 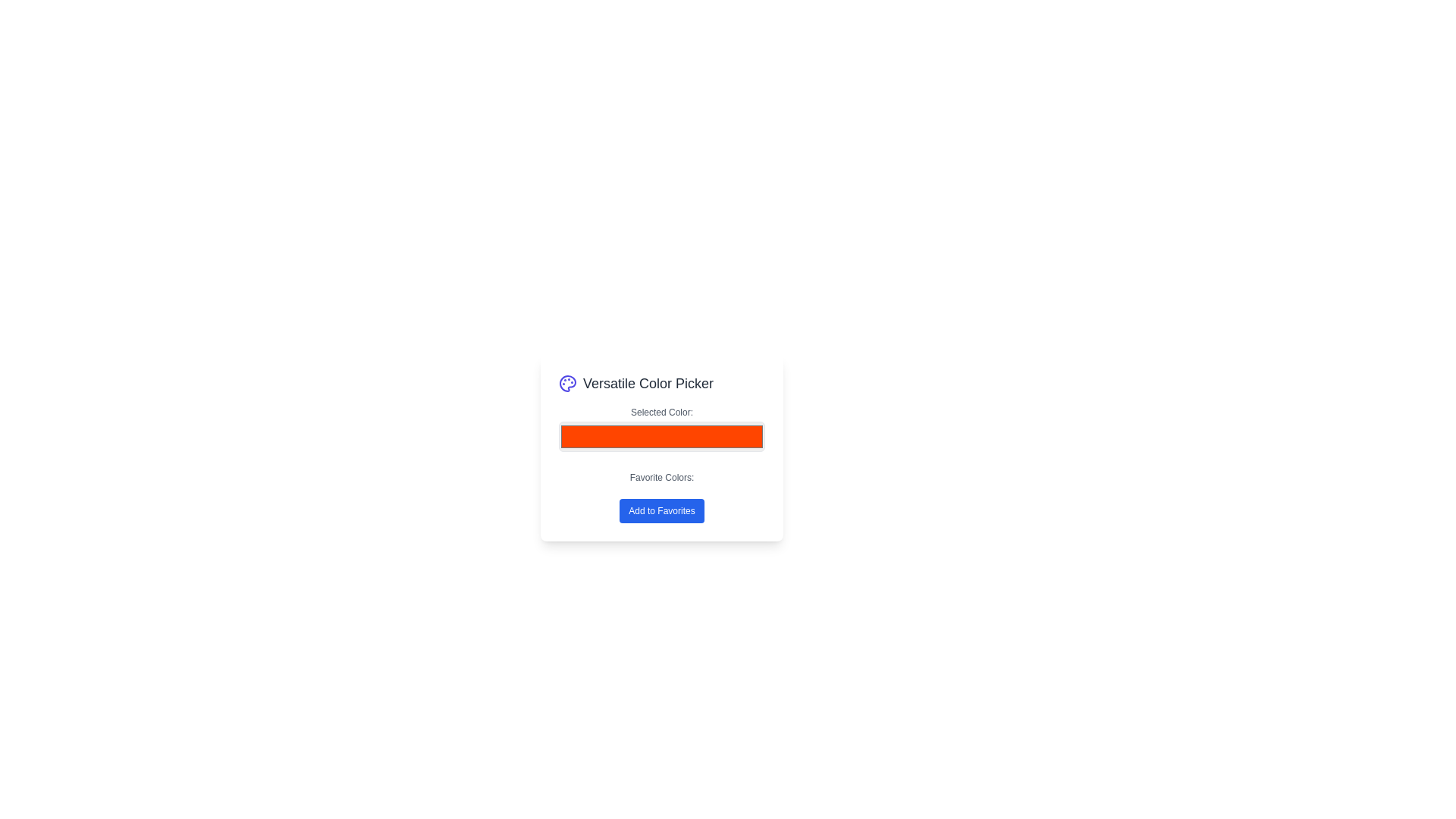 I want to click on the purple palette icon located above the text 'Versatile Color Picker' in the color picker dialog box, if interactive events are enabled, so click(x=566, y=382).